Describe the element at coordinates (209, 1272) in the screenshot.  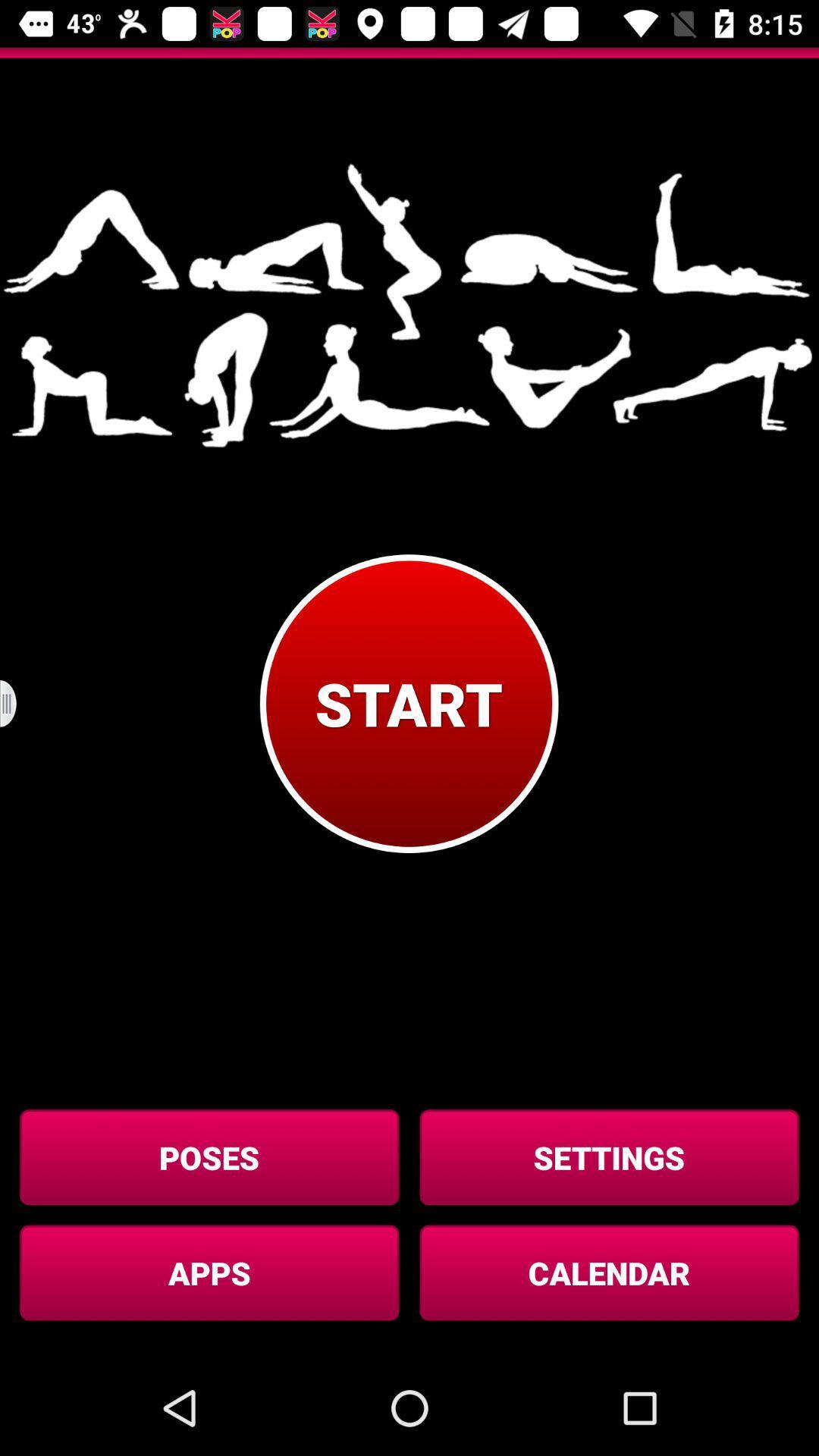
I see `the button to the left of calendar button` at that location.